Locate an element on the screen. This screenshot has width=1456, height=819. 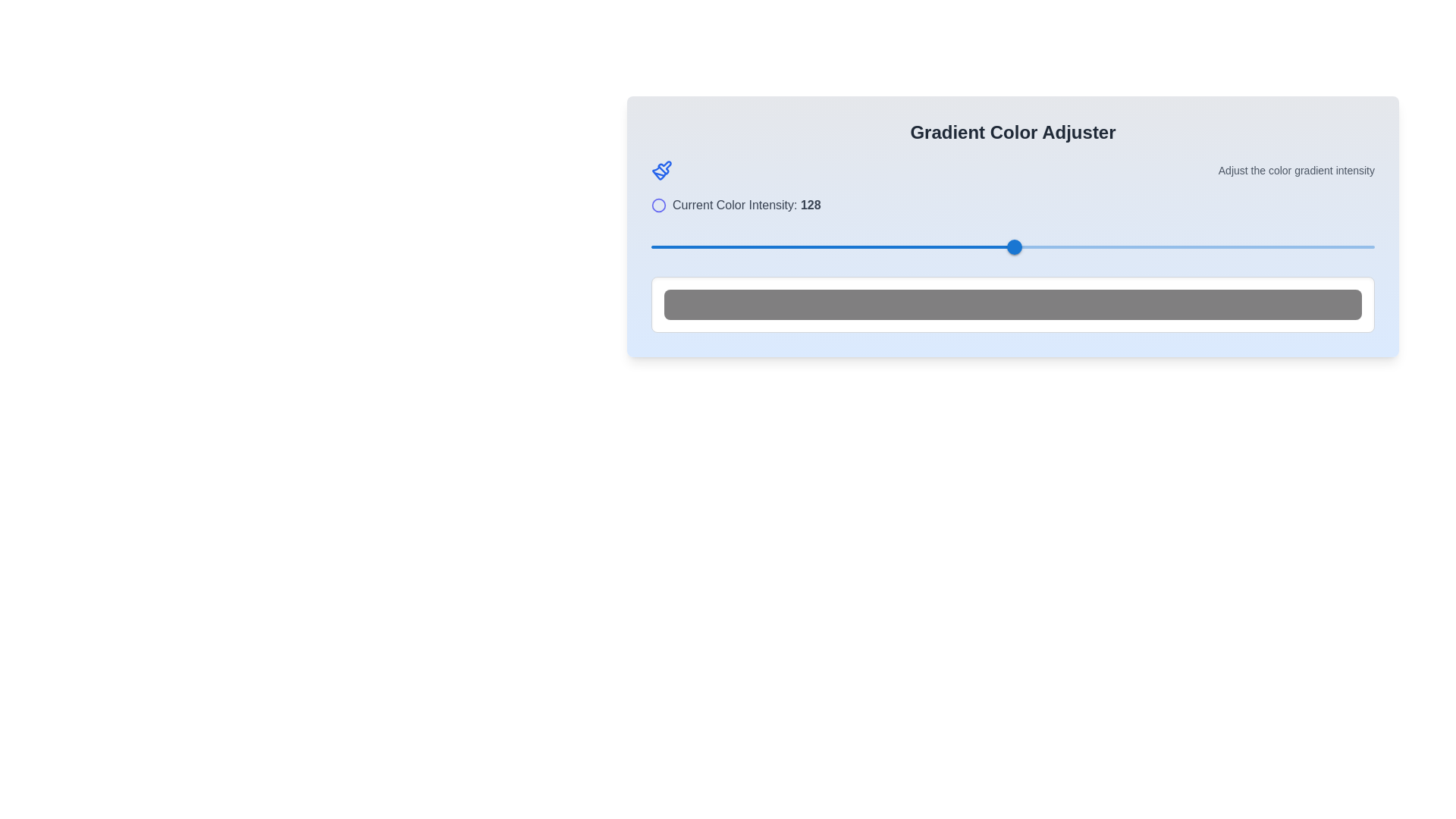
the blue paintbrush icon located at the leftmost side of the top section, which is the first element in the 'Adjust the color gradient intensity' group is located at coordinates (662, 170).